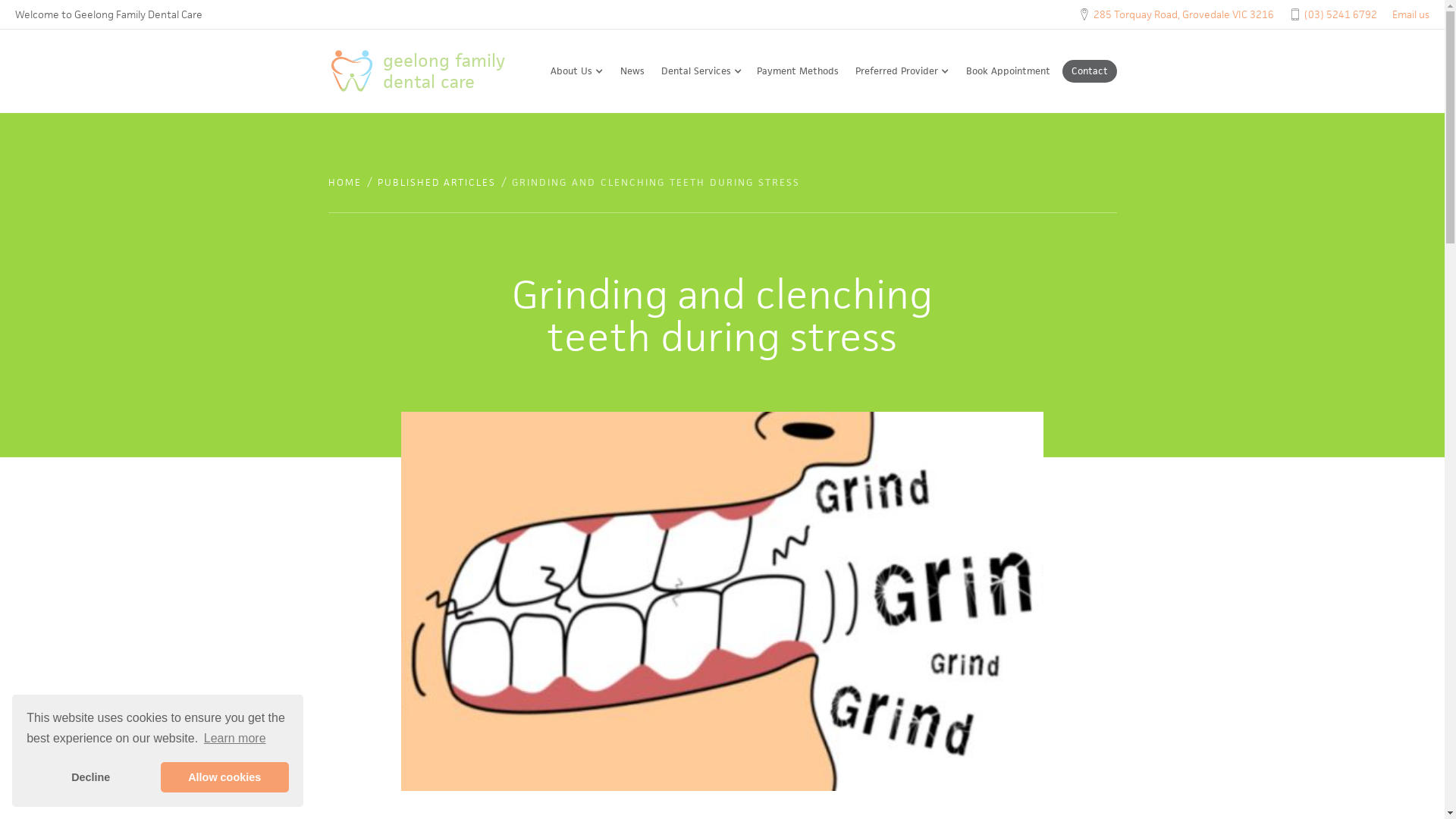 The height and width of the screenshot is (819, 1456). I want to click on 'geelong family, so click(429, 71).